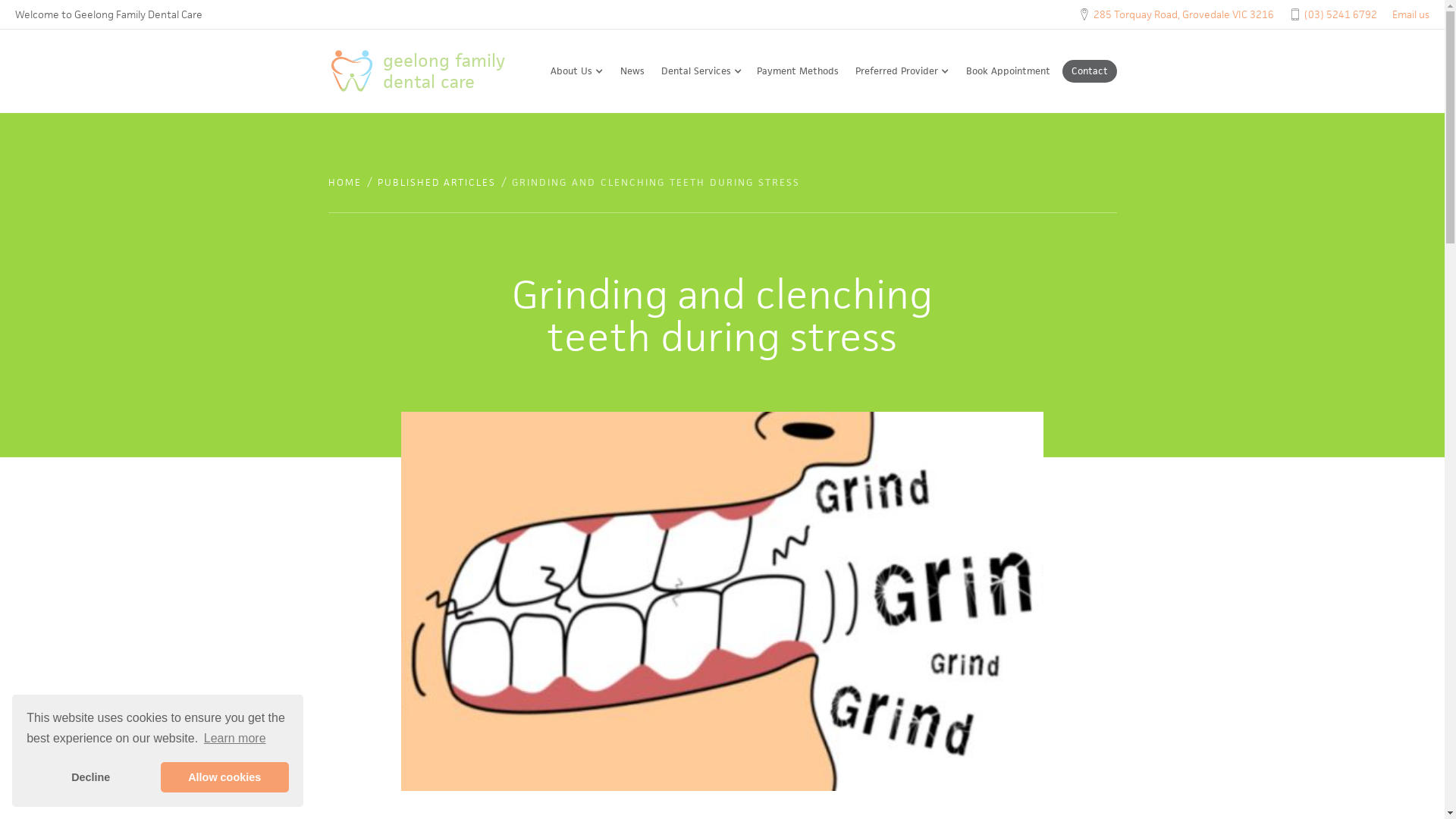 The height and width of the screenshot is (819, 1456). I want to click on 'geelong family, so click(429, 71).